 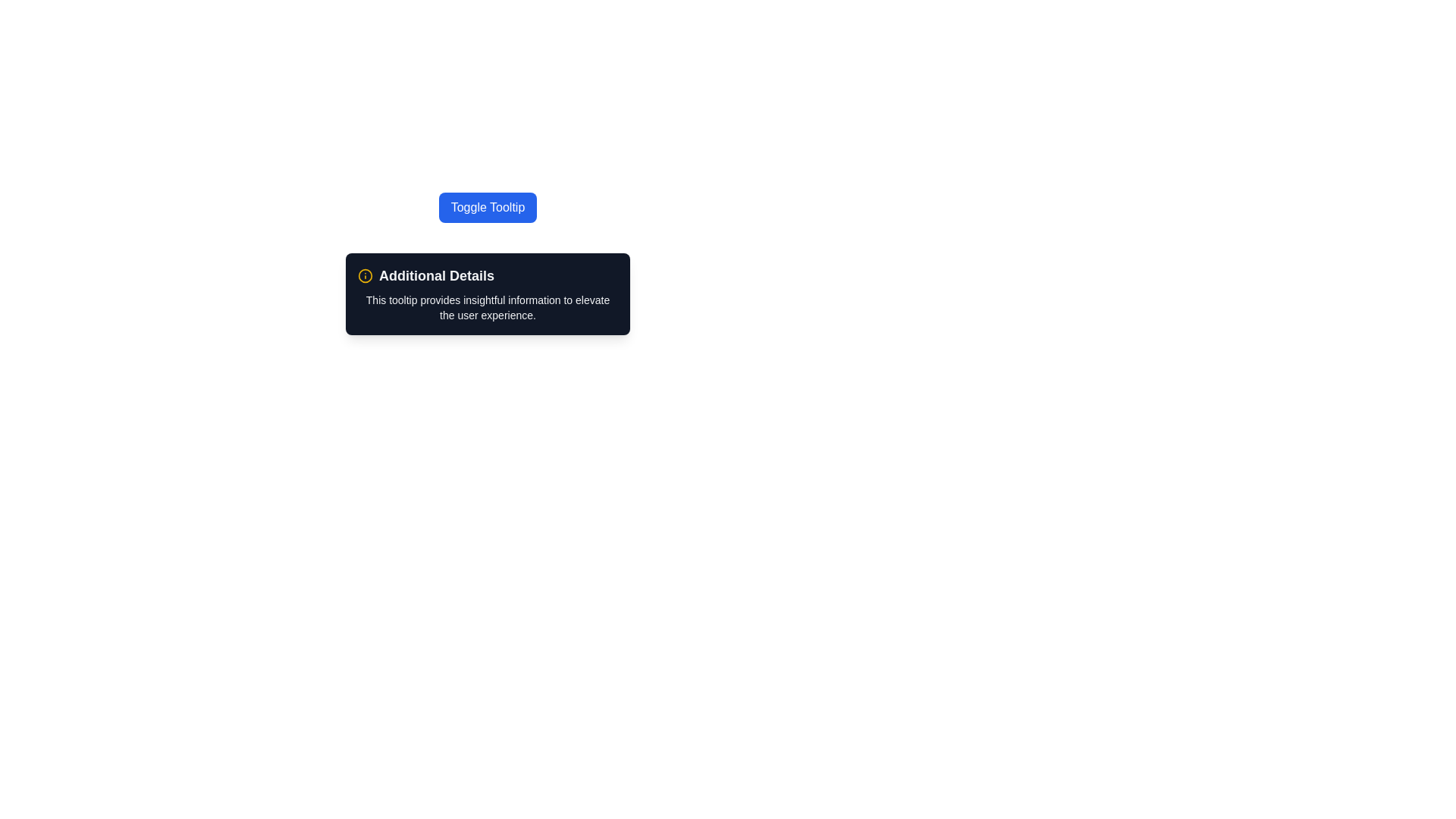 I want to click on the information icon located to the left of the 'Additional Details' text, which serves as a visual cue for additional information, so click(x=365, y=275).